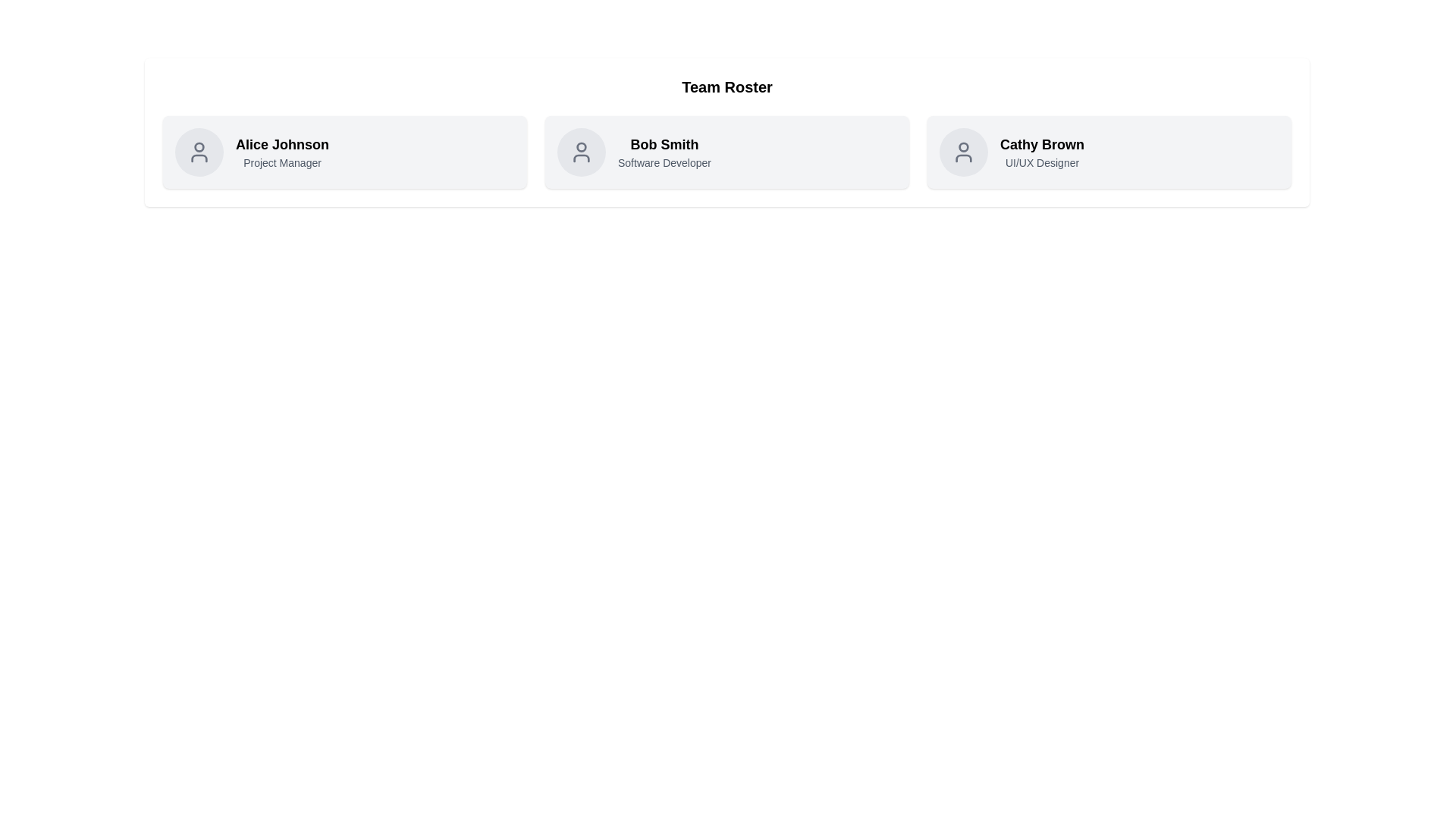 Image resolution: width=1456 pixels, height=819 pixels. What do you see at coordinates (963, 146) in the screenshot?
I see `the SVG circle element that represents the user's head in the user icon for Cathy Brown - UI/UX Designer, located in the Team Roster section` at bounding box center [963, 146].